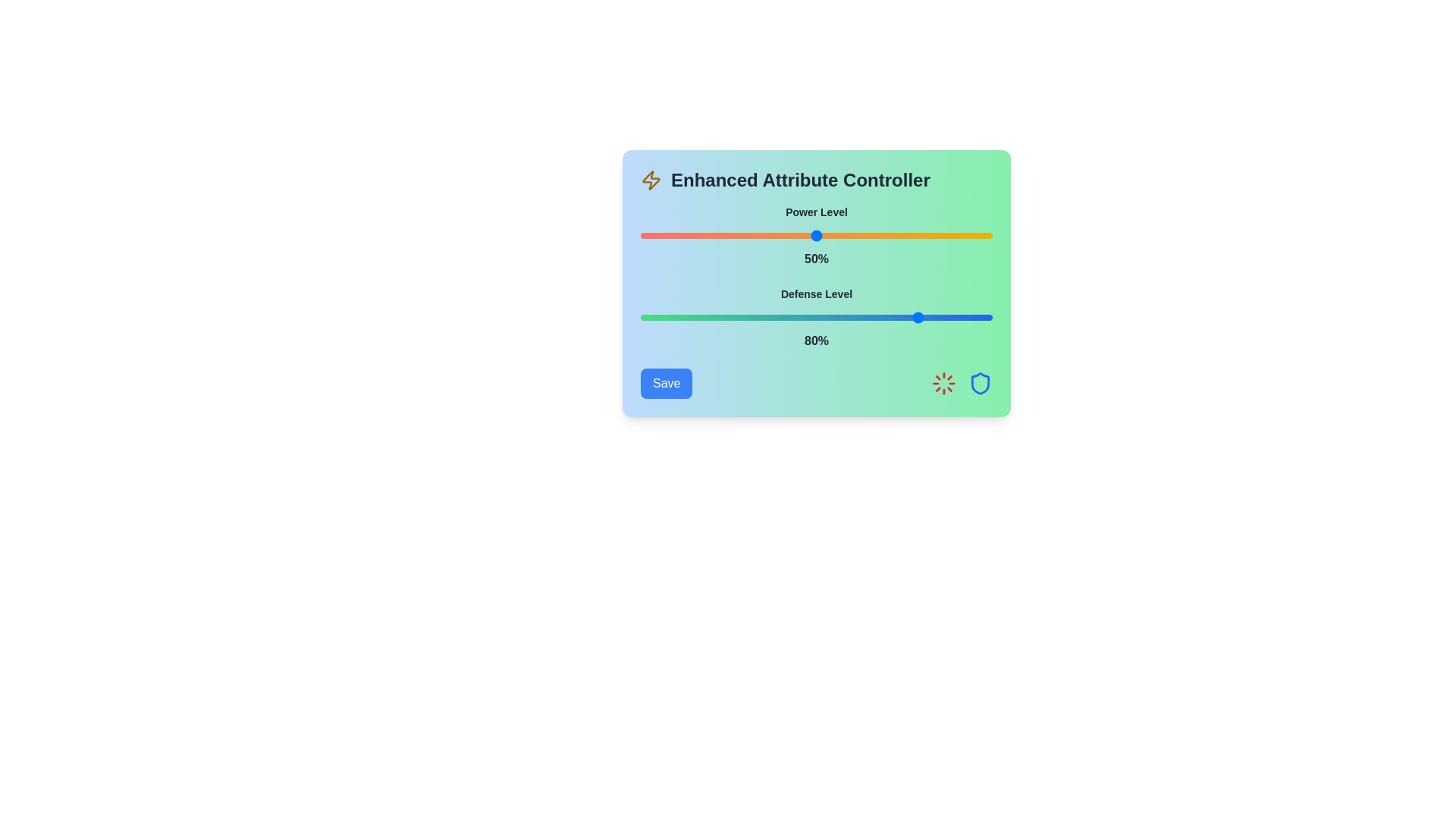  What do you see at coordinates (960, 236) in the screenshot?
I see `the Power Level slider to 91%` at bounding box center [960, 236].